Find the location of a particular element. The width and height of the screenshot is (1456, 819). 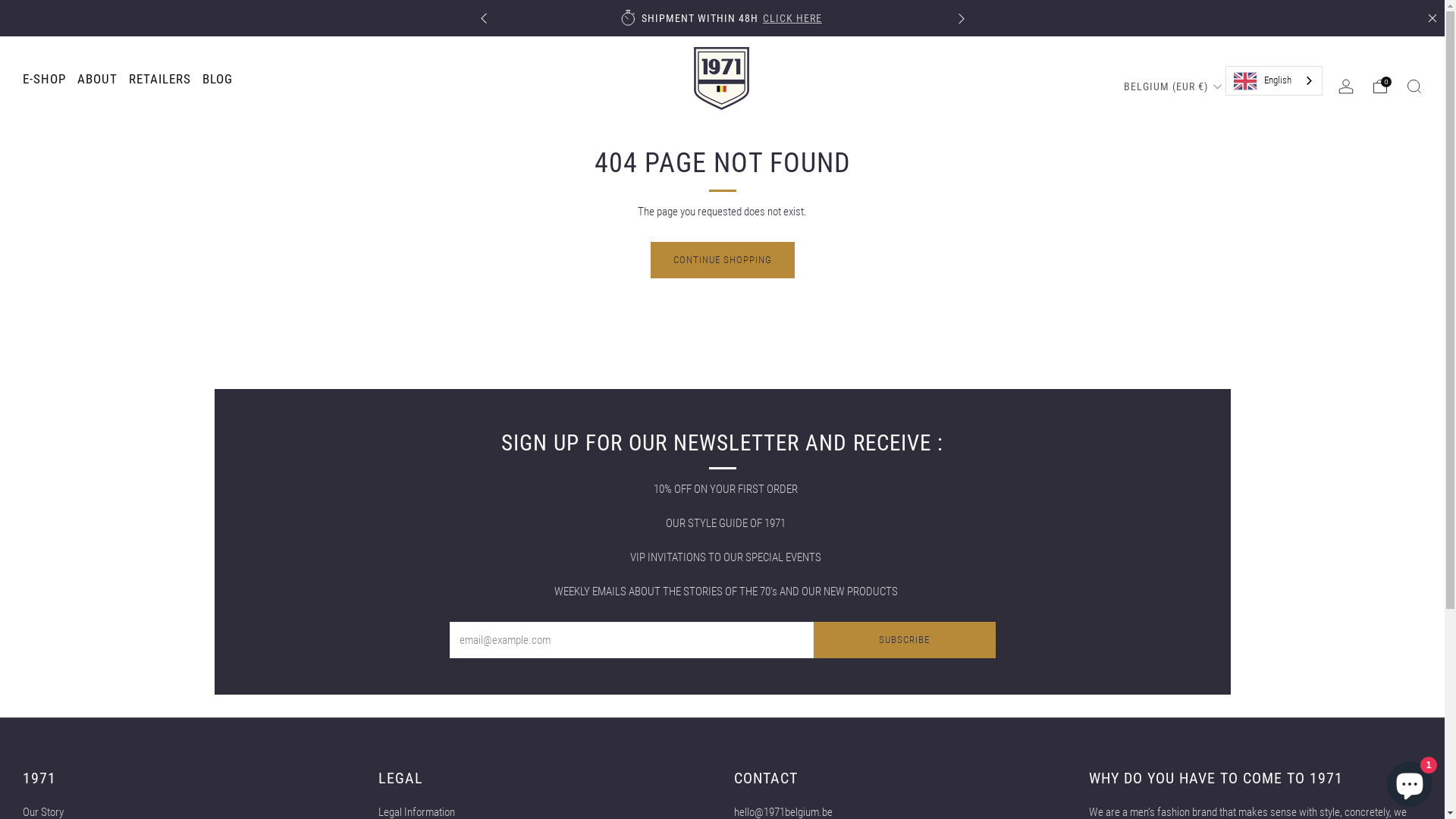

'SUBSCRIBE' is located at coordinates (903, 640).